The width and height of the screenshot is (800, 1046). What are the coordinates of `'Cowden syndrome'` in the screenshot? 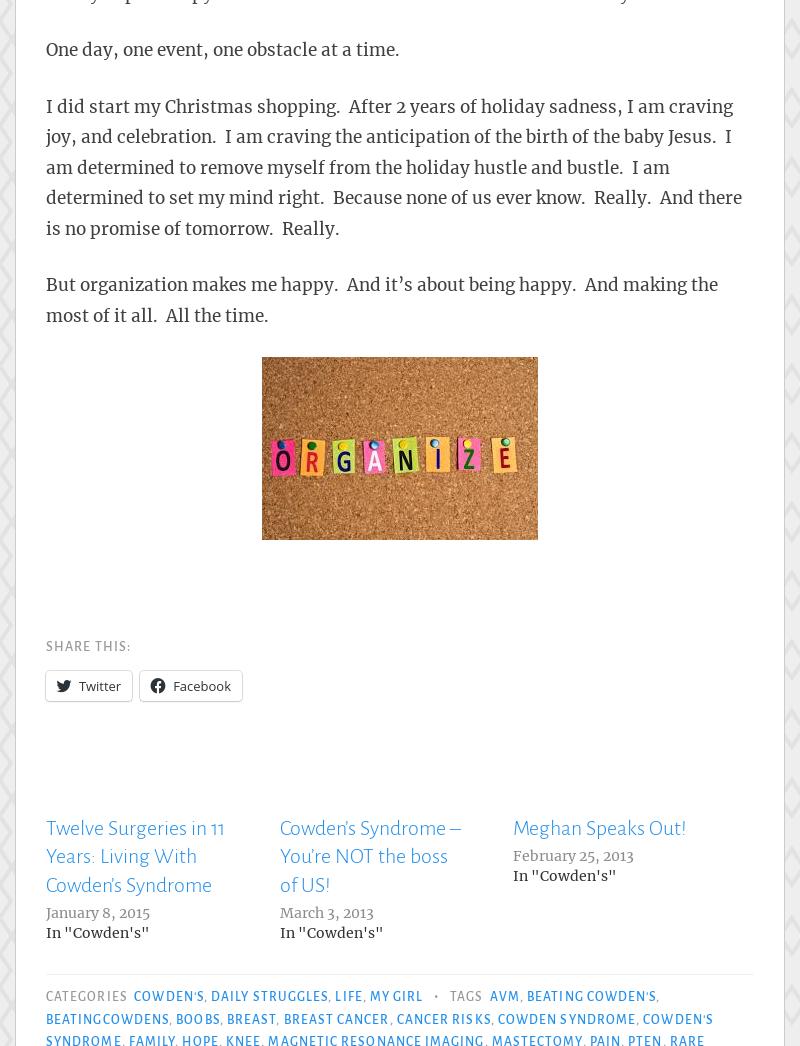 It's located at (566, 1019).